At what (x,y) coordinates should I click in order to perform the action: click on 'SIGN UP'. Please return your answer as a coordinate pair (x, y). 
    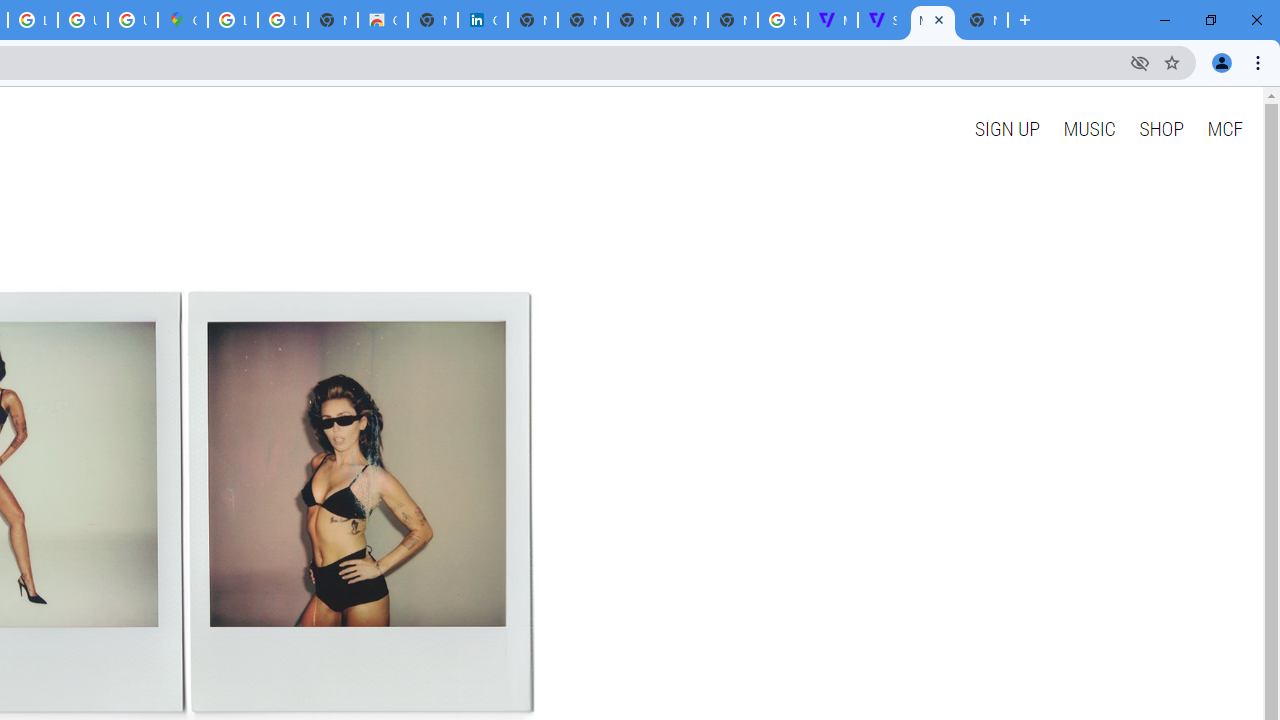
    Looking at the image, I should click on (1006, 128).